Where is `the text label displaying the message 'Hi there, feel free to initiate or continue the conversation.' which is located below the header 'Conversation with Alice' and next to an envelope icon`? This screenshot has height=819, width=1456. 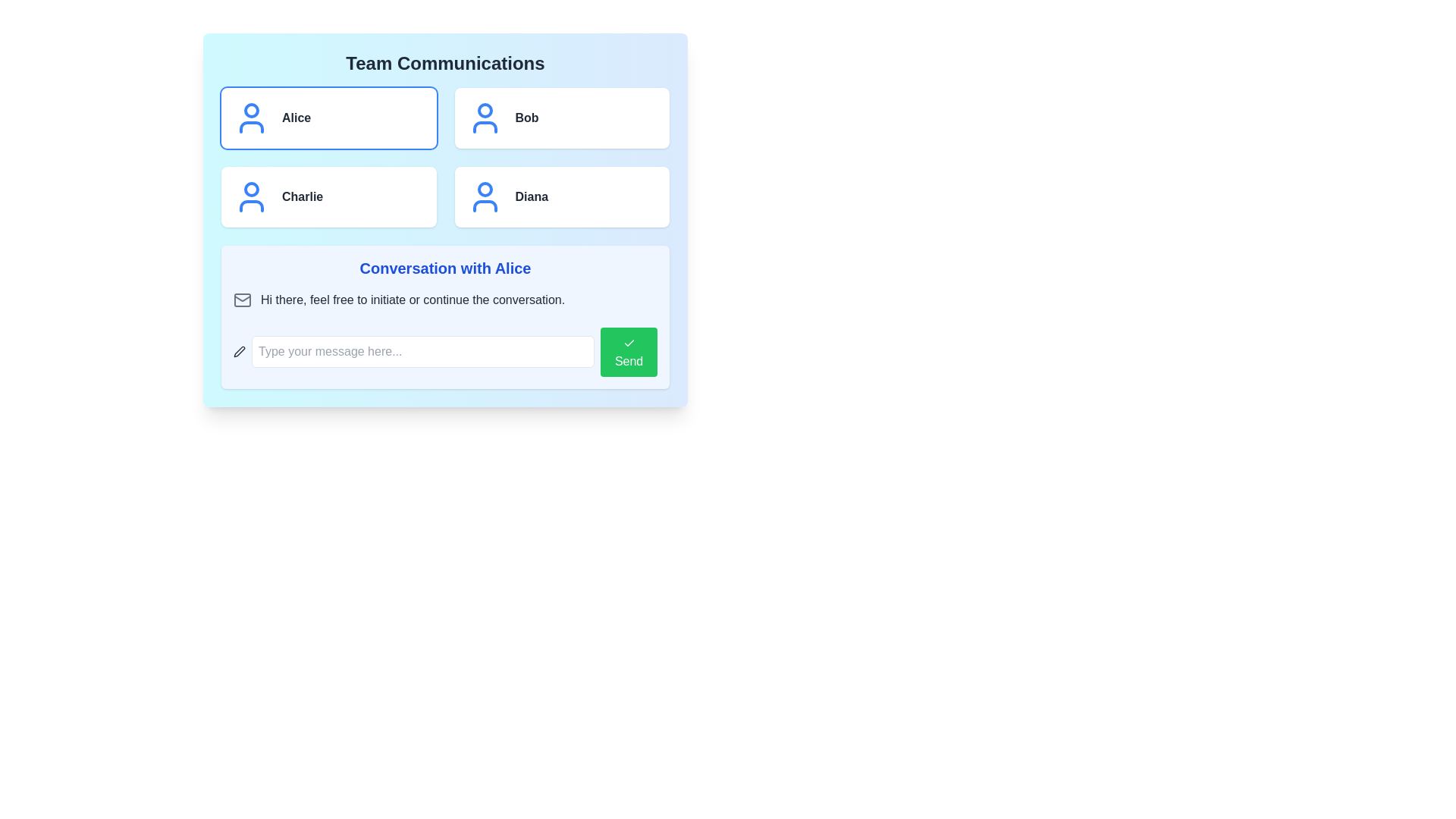
the text label displaying the message 'Hi there, feel free to initiate or continue the conversation.' which is located below the header 'Conversation with Alice' and next to an envelope icon is located at coordinates (413, 300).